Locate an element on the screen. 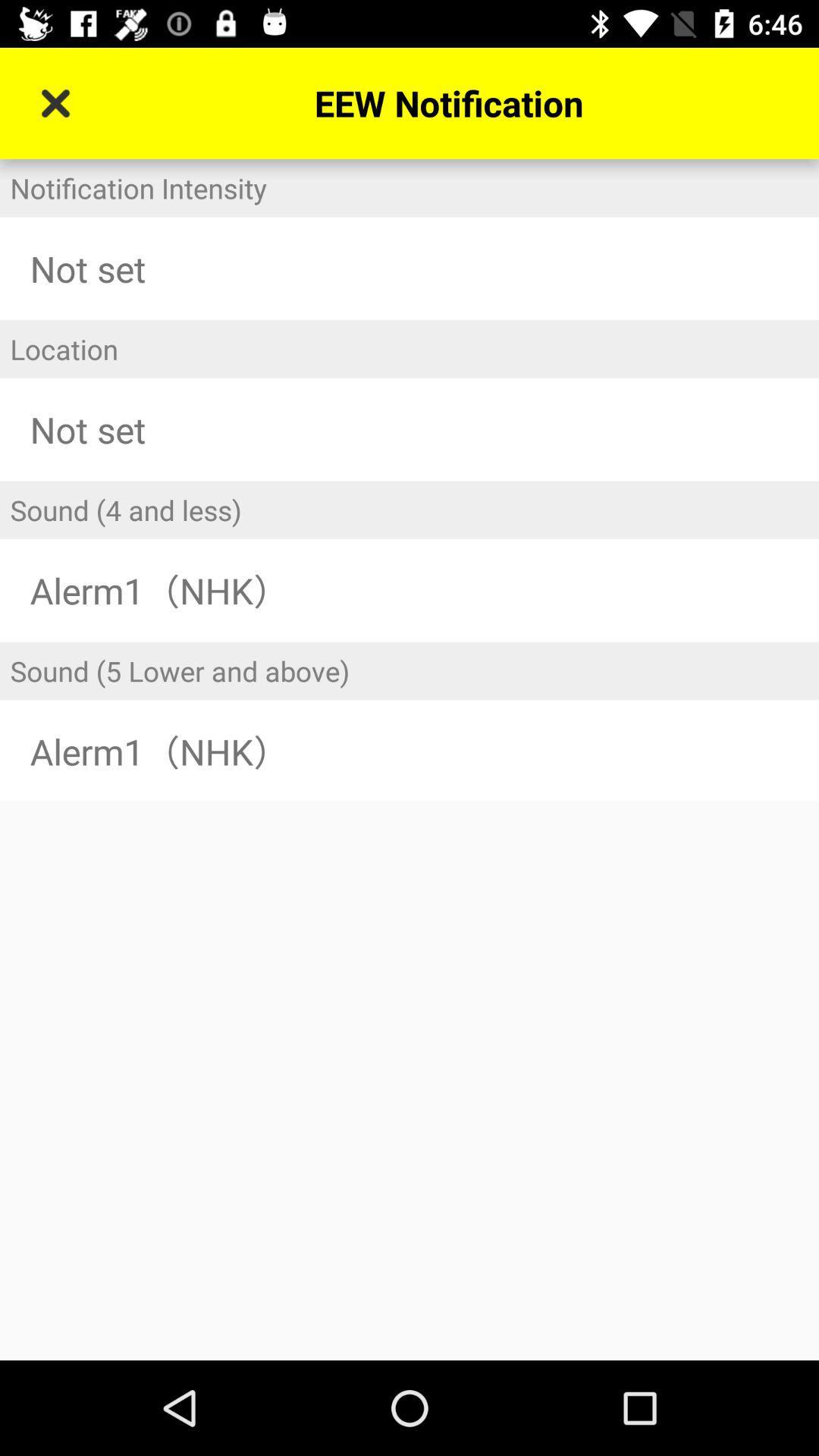  the sound 5 lower icon is located at coordinates (409, 670).